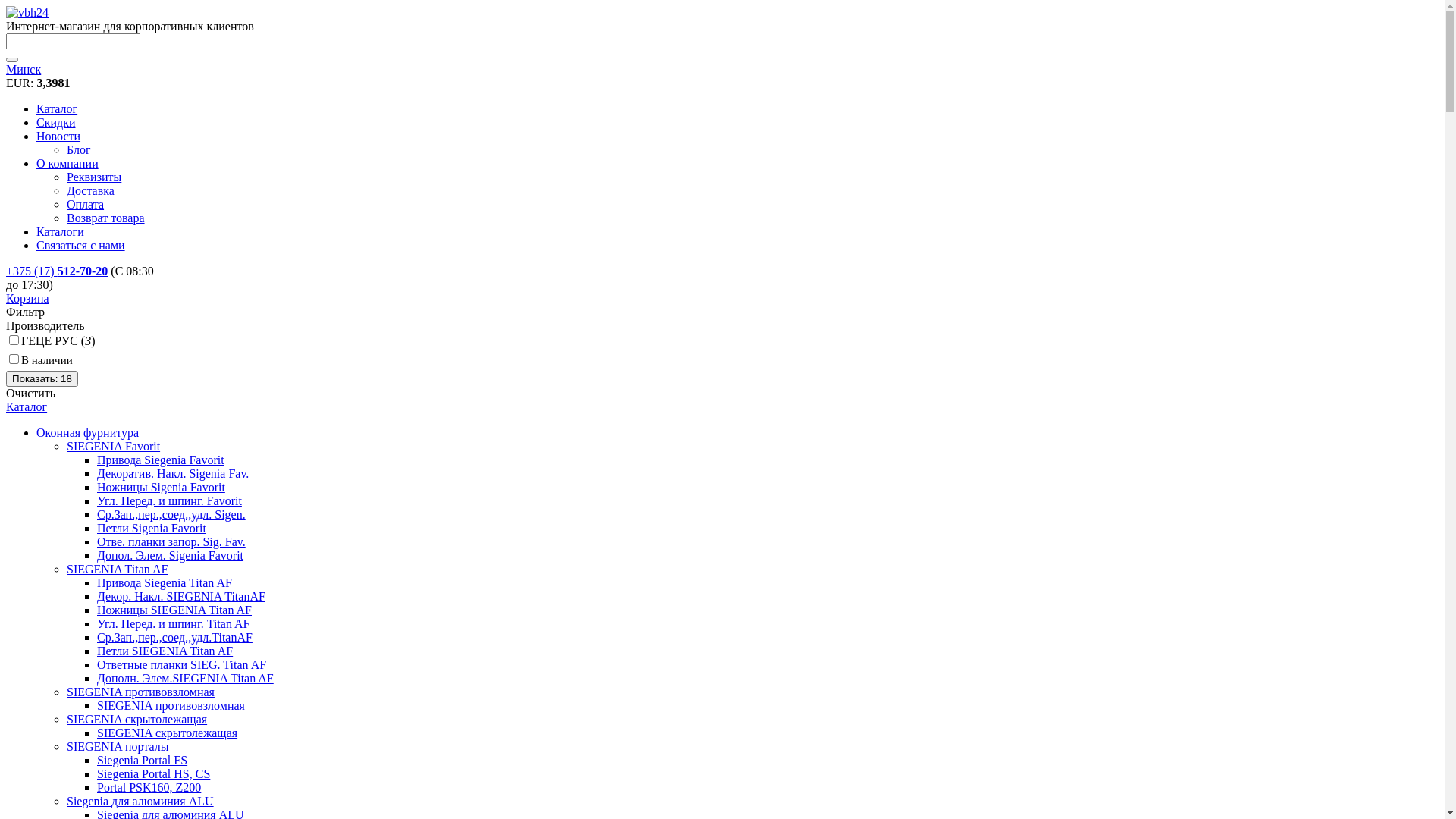 The height and width of the screenshot is (819, 1456). Describe the element at coordinates (149, 786) in the screenshot. I see `'Portal PSK160, Z200'` at that location.